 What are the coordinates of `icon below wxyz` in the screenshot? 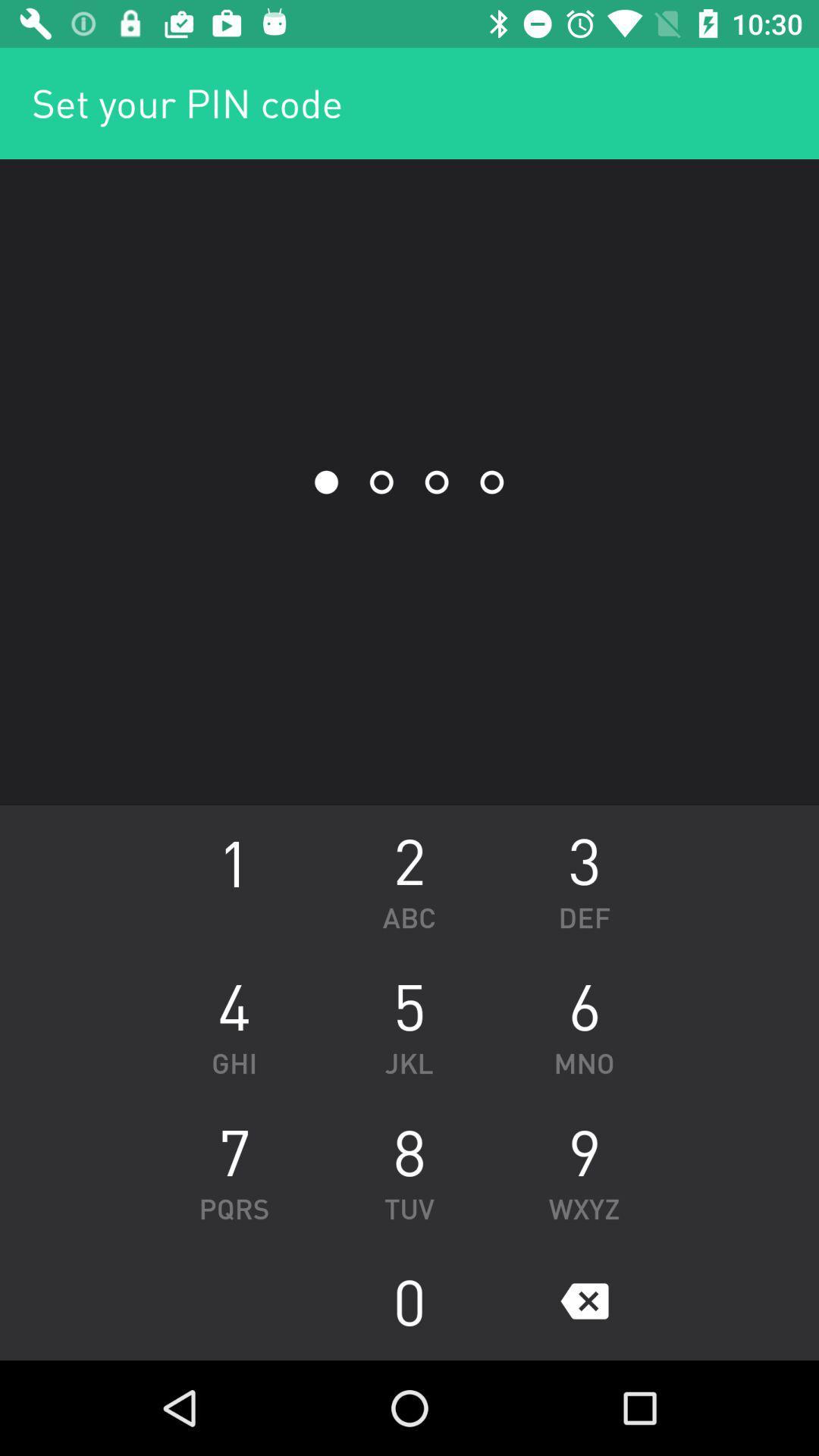 It's located at (584, 1300).